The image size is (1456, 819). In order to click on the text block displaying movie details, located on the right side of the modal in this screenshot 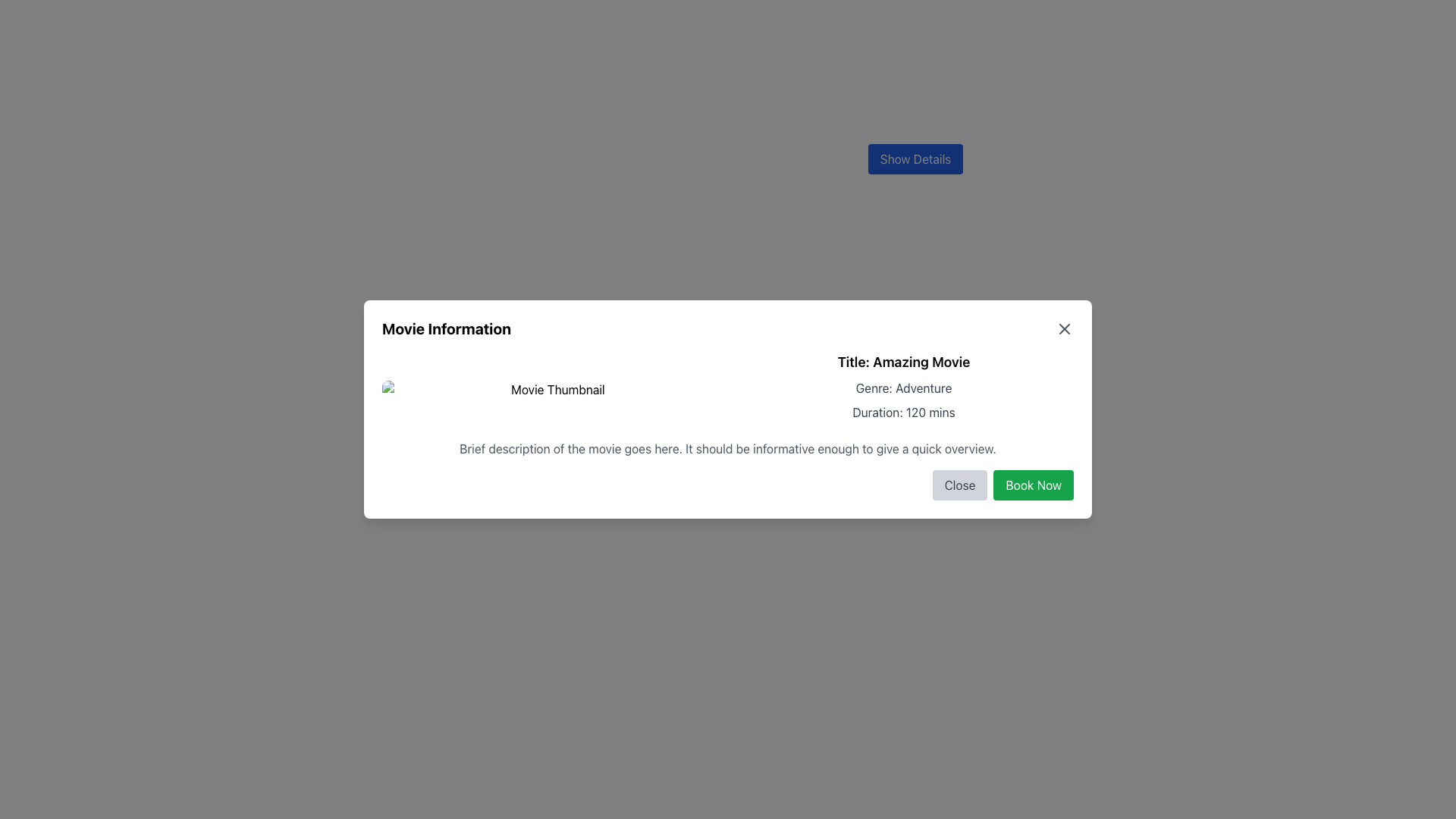, I will do `click(903, 388)`.